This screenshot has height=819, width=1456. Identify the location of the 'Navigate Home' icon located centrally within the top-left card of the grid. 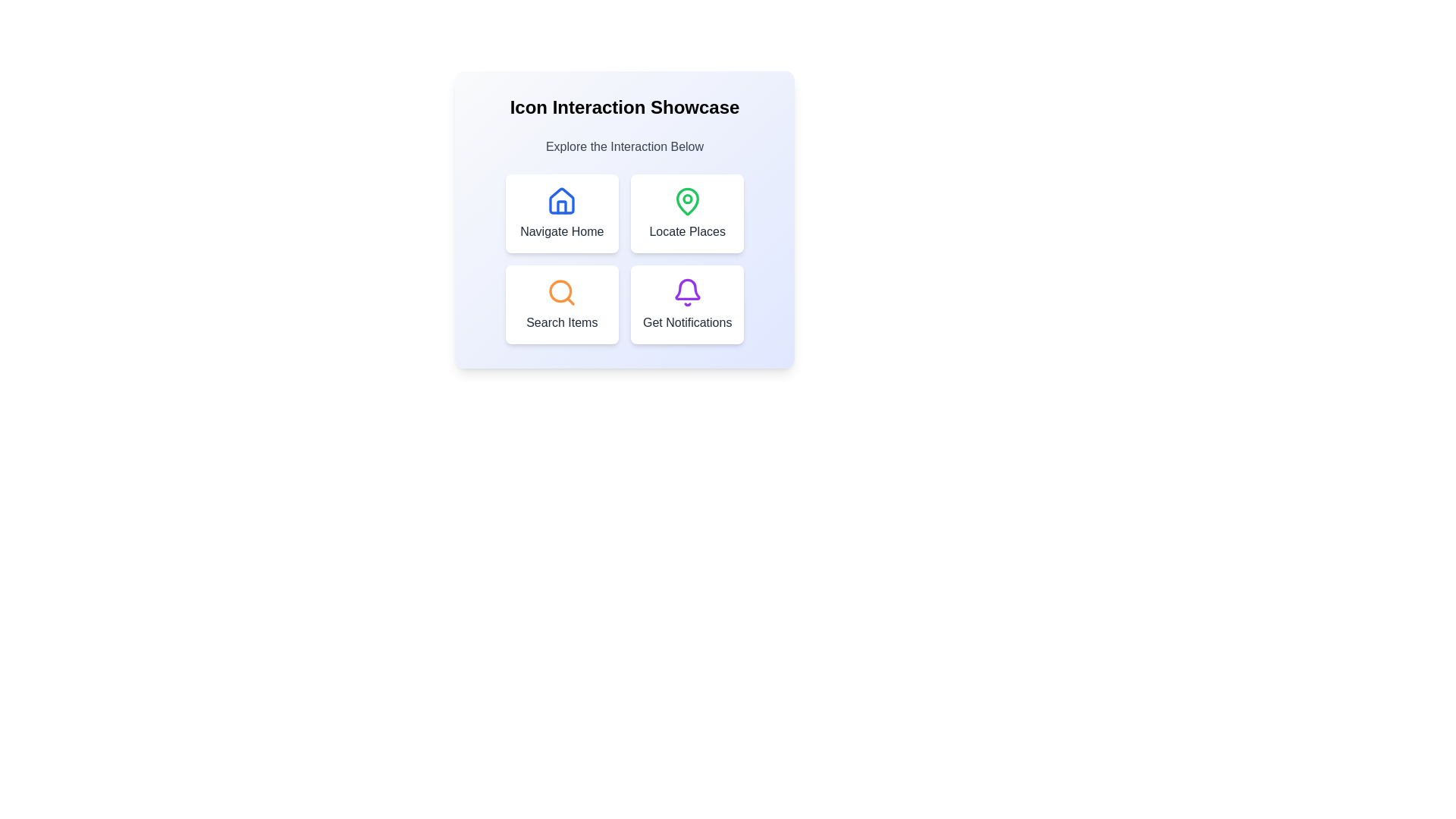
(561, 201).